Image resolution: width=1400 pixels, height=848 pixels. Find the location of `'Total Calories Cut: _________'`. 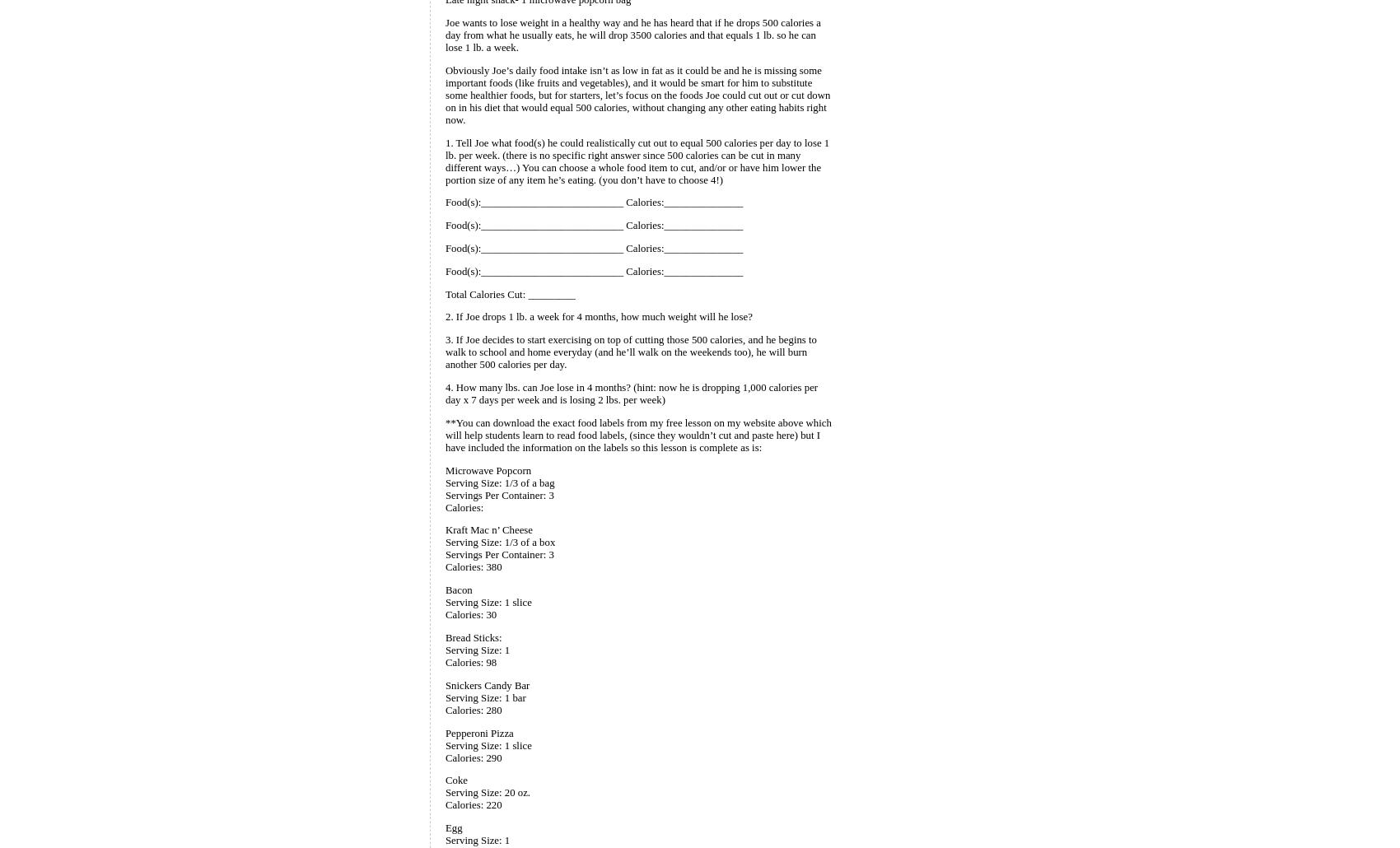

'Total Calories Cut: _________' is located at coordinates (509, 293).